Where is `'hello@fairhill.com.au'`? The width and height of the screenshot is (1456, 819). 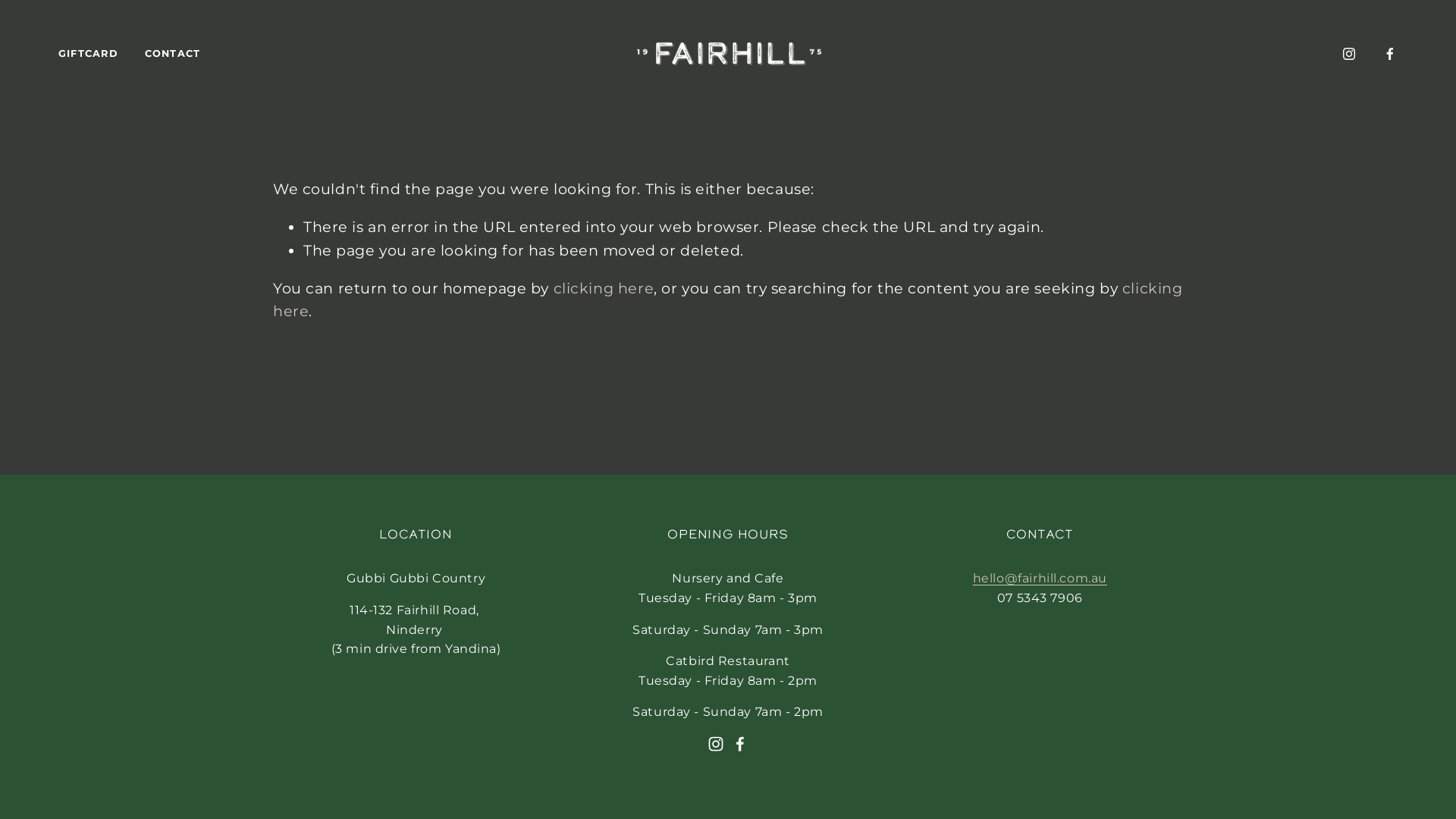
'hello@fairhill.com.au' is located at coordinates (972, 579).